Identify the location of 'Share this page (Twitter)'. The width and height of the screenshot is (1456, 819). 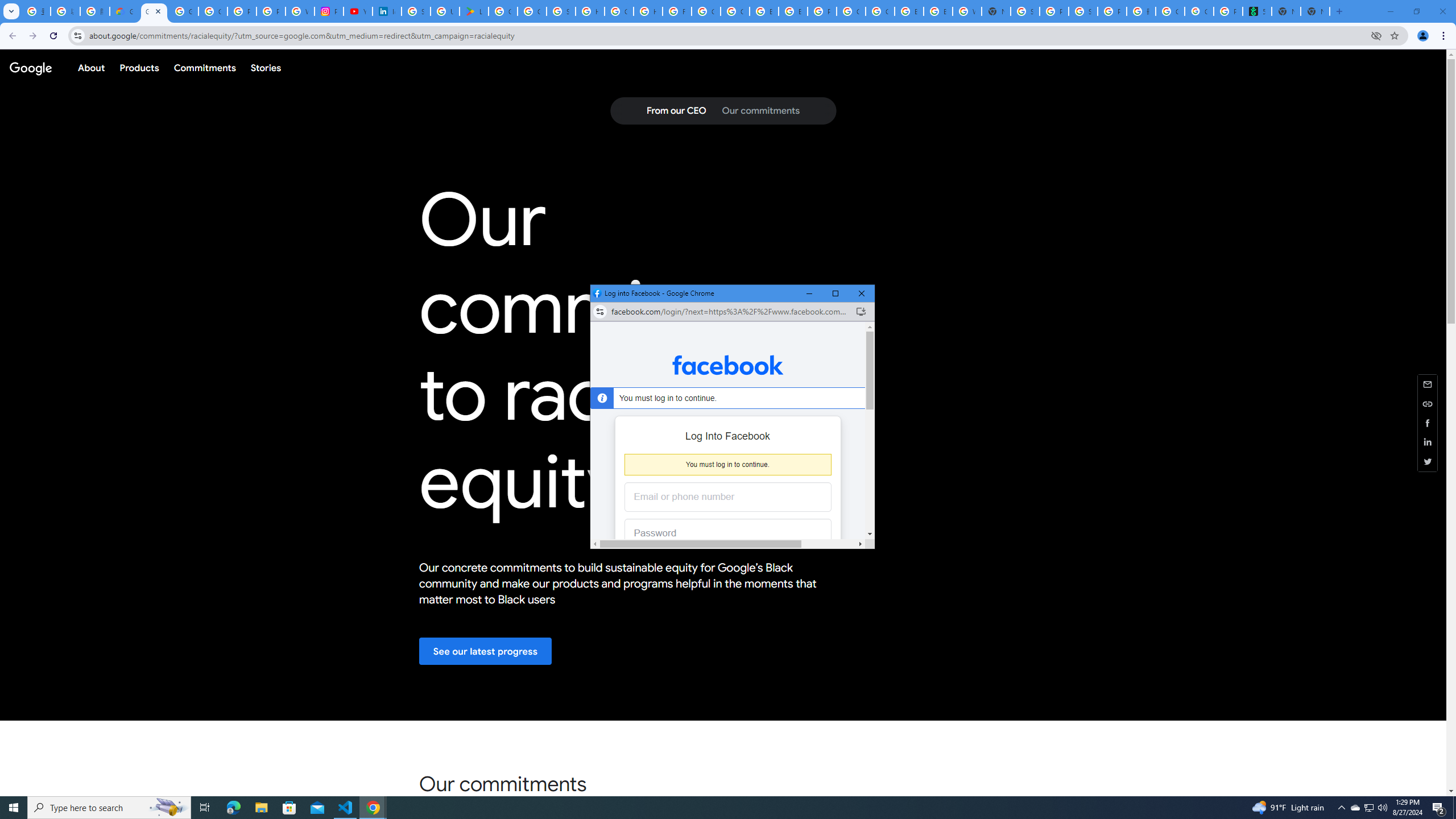
(1428, 461).